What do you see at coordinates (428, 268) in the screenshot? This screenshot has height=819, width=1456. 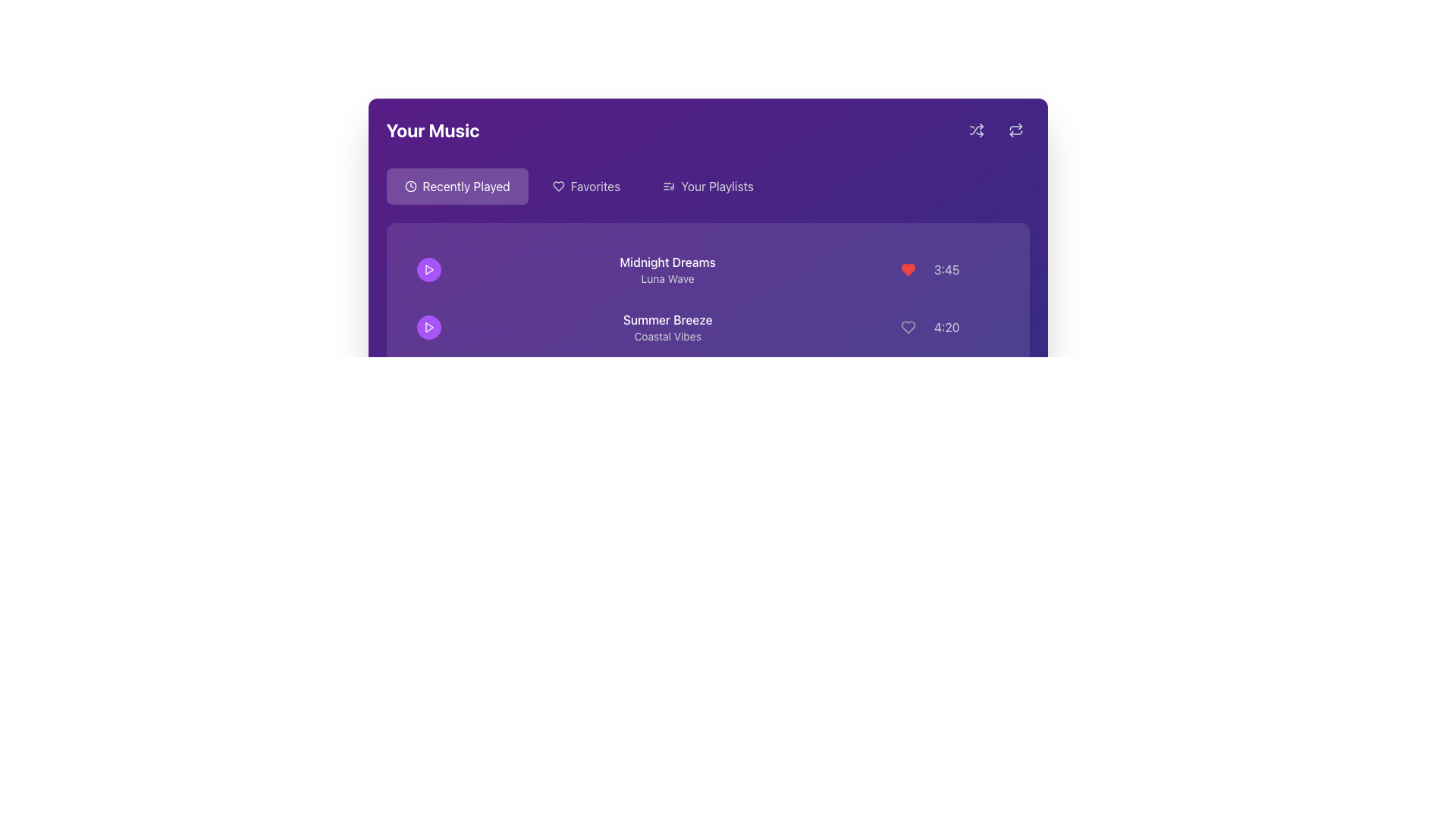 I see `the play button icon with a triangular arrow, styled with white strokes on a purple circular background, located under the 'Your Music' header` at bounding box center [428, 268].